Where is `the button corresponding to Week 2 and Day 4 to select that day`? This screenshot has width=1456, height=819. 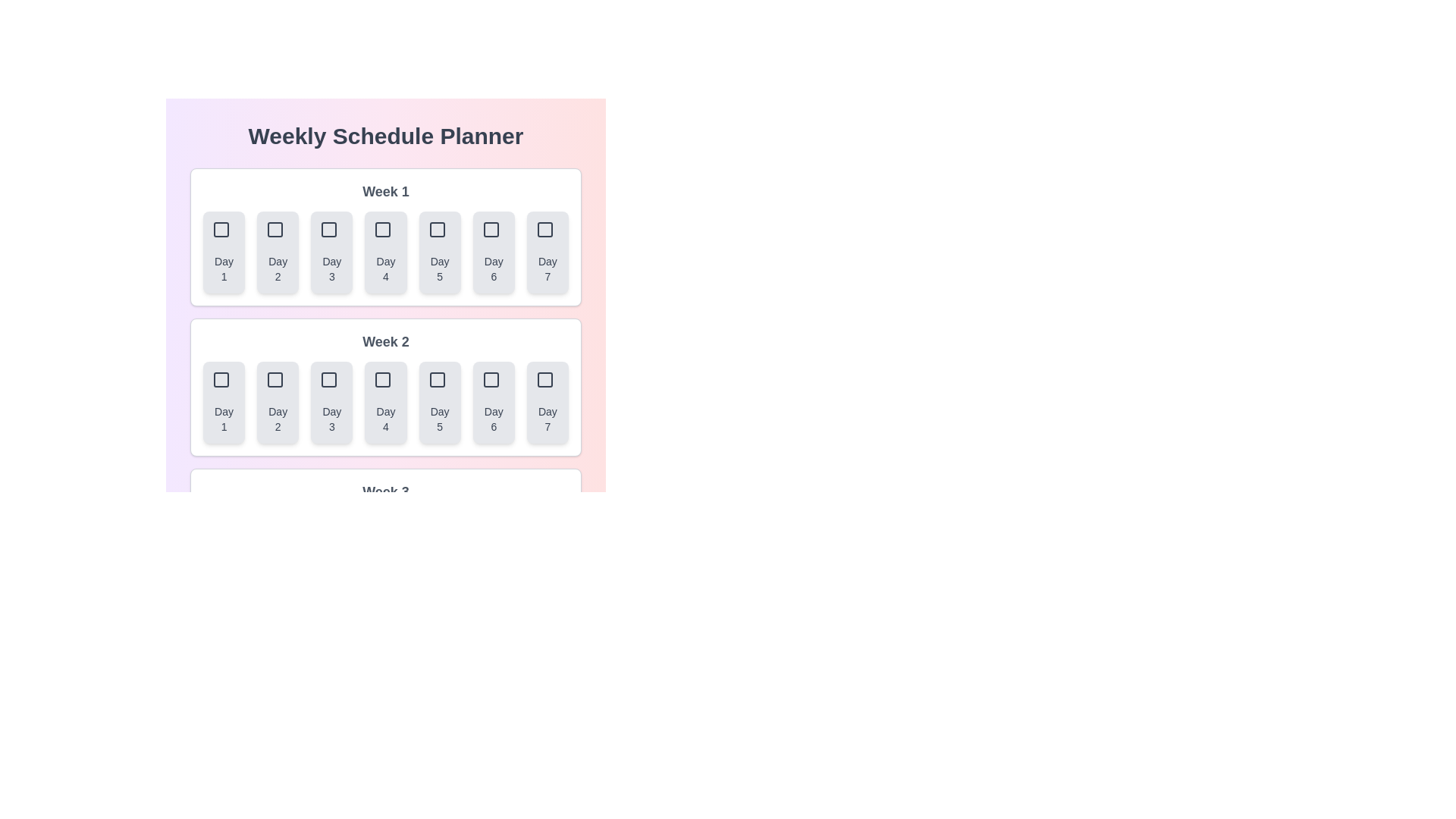 the button corresponding to Week 2 and Day 4 to select that day is located at coordinates (385, 402).